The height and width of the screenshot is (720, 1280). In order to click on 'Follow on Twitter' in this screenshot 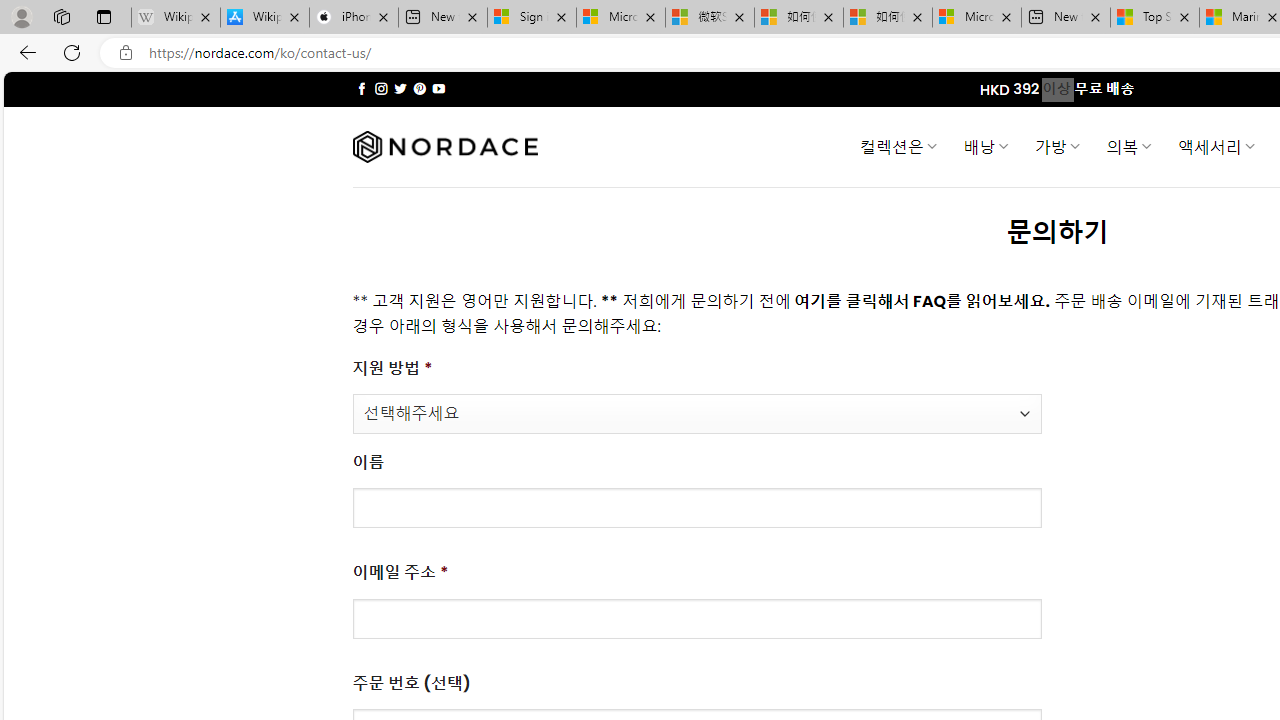, I will do `click(400, 88)`.